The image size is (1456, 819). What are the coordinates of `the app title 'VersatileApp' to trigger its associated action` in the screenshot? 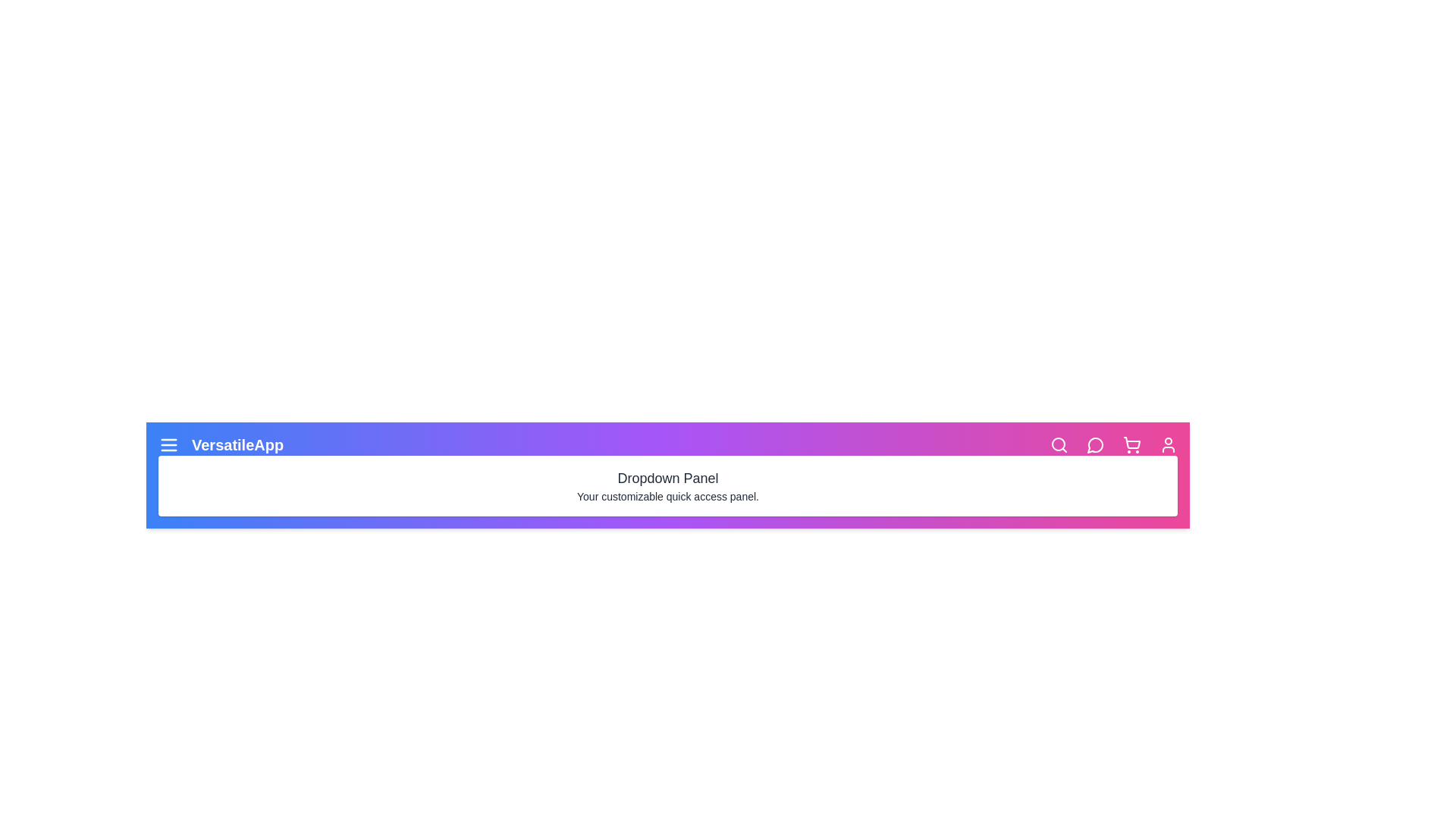 It's located at (236, 444).